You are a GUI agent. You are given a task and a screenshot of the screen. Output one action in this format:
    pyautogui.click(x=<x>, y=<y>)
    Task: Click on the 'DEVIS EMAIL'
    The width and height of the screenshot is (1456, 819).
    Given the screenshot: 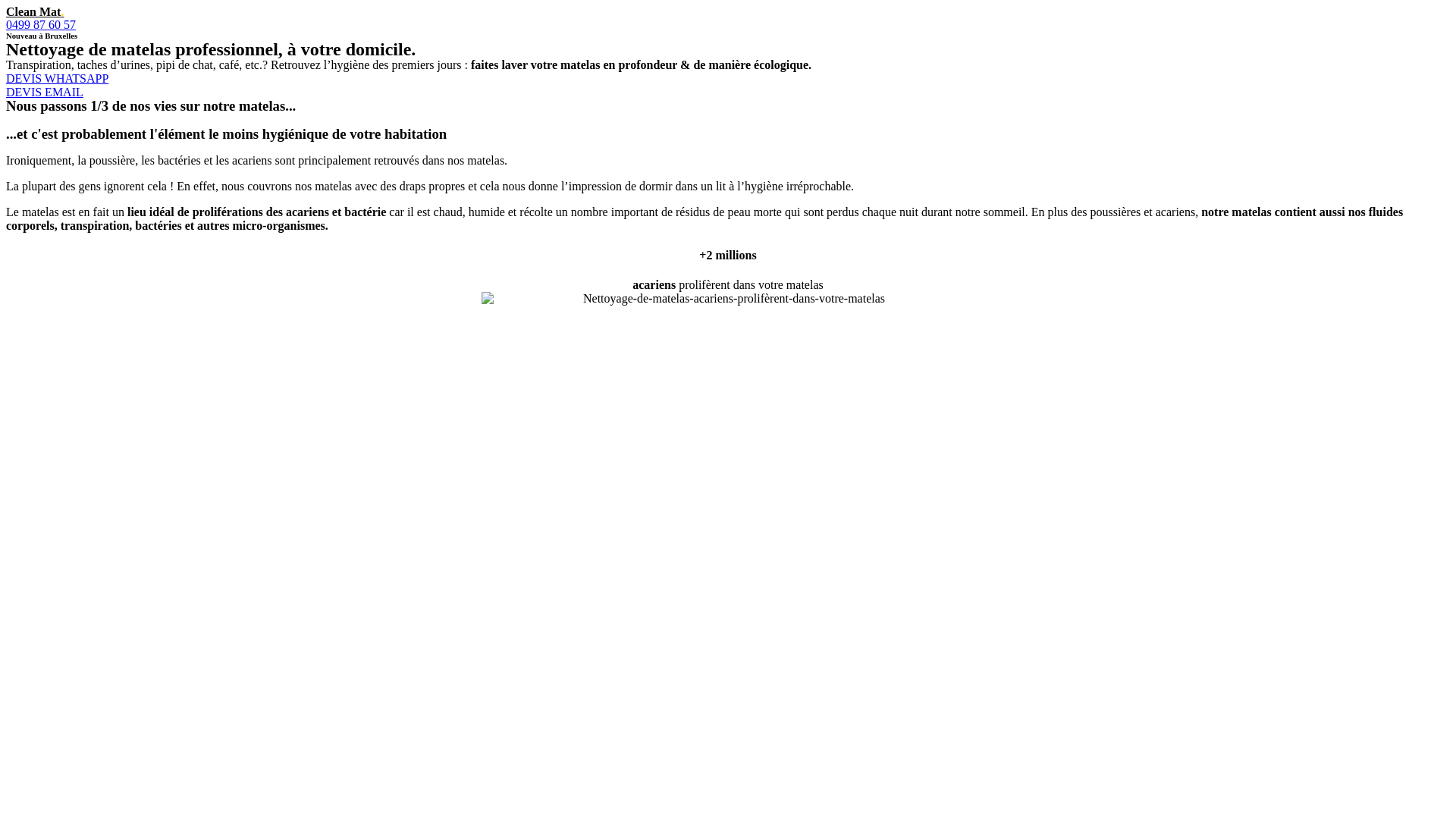 What is the action you would take?
    pyautogui.click(x=44, y=92)
    